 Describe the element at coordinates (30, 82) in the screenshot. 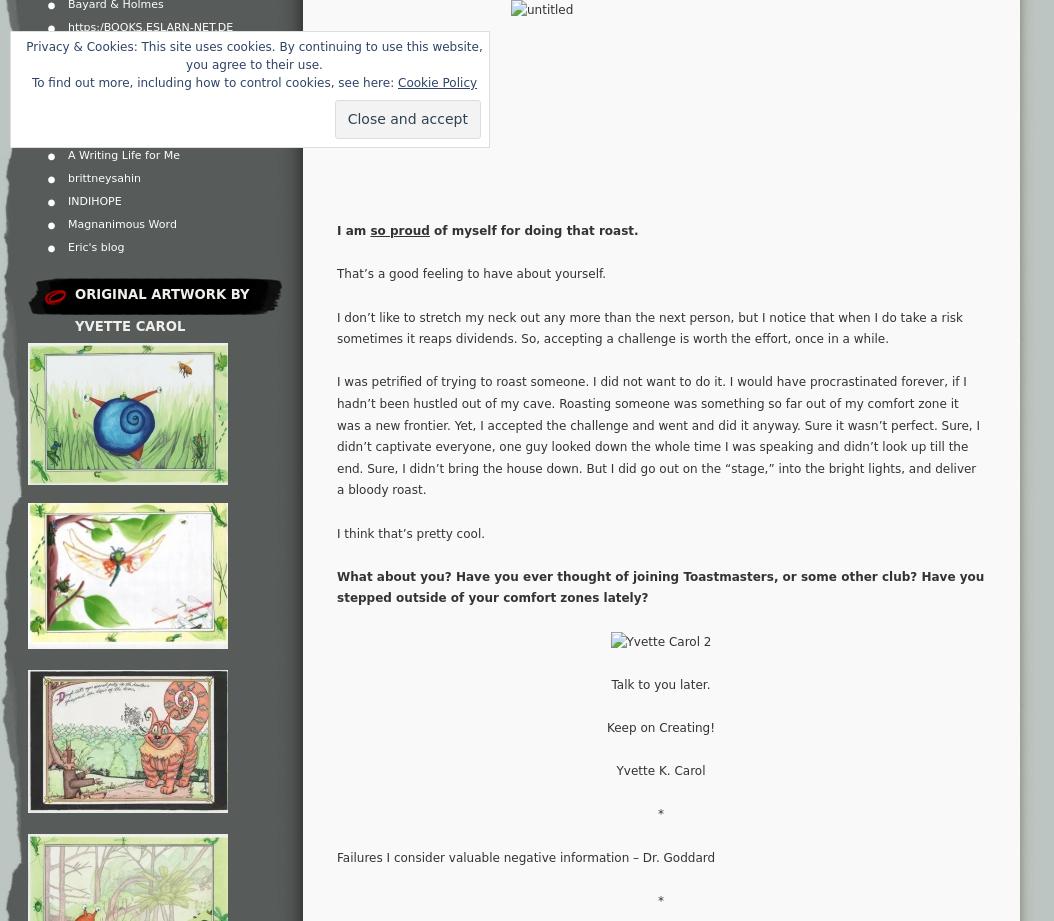

I see `'To find out more, including how to control cookies, see here:'` at that location.